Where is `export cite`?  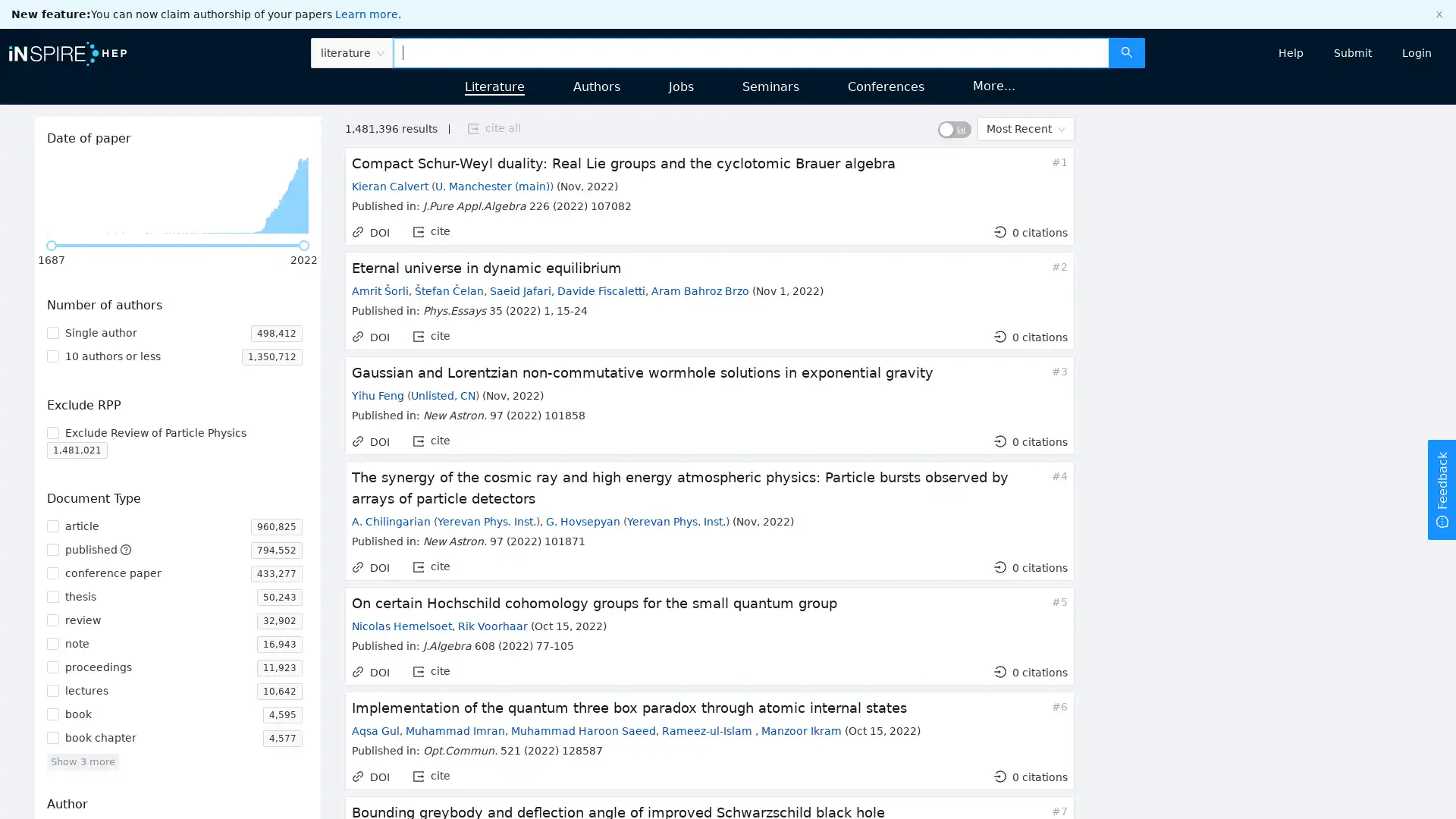 export cite is located at coordinates (429, 441).